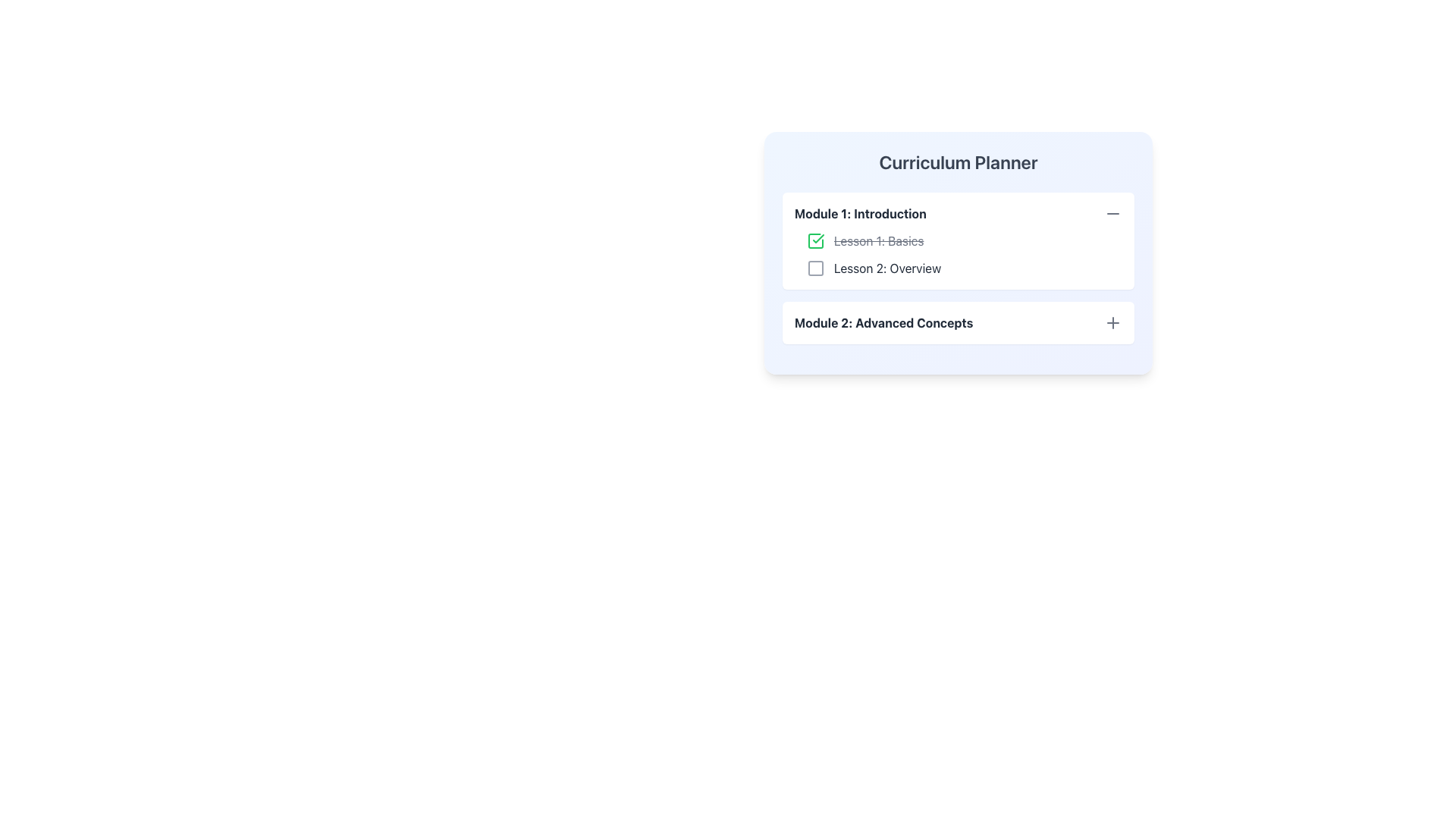  What do you see at coordinates (814, 240) in the screenshot?
I see `the Checkbox Icon indicating the completion state of 'Lesson 1: Basics' in the 'Module 1: Introduction' section` at bounding box center [814, 240].